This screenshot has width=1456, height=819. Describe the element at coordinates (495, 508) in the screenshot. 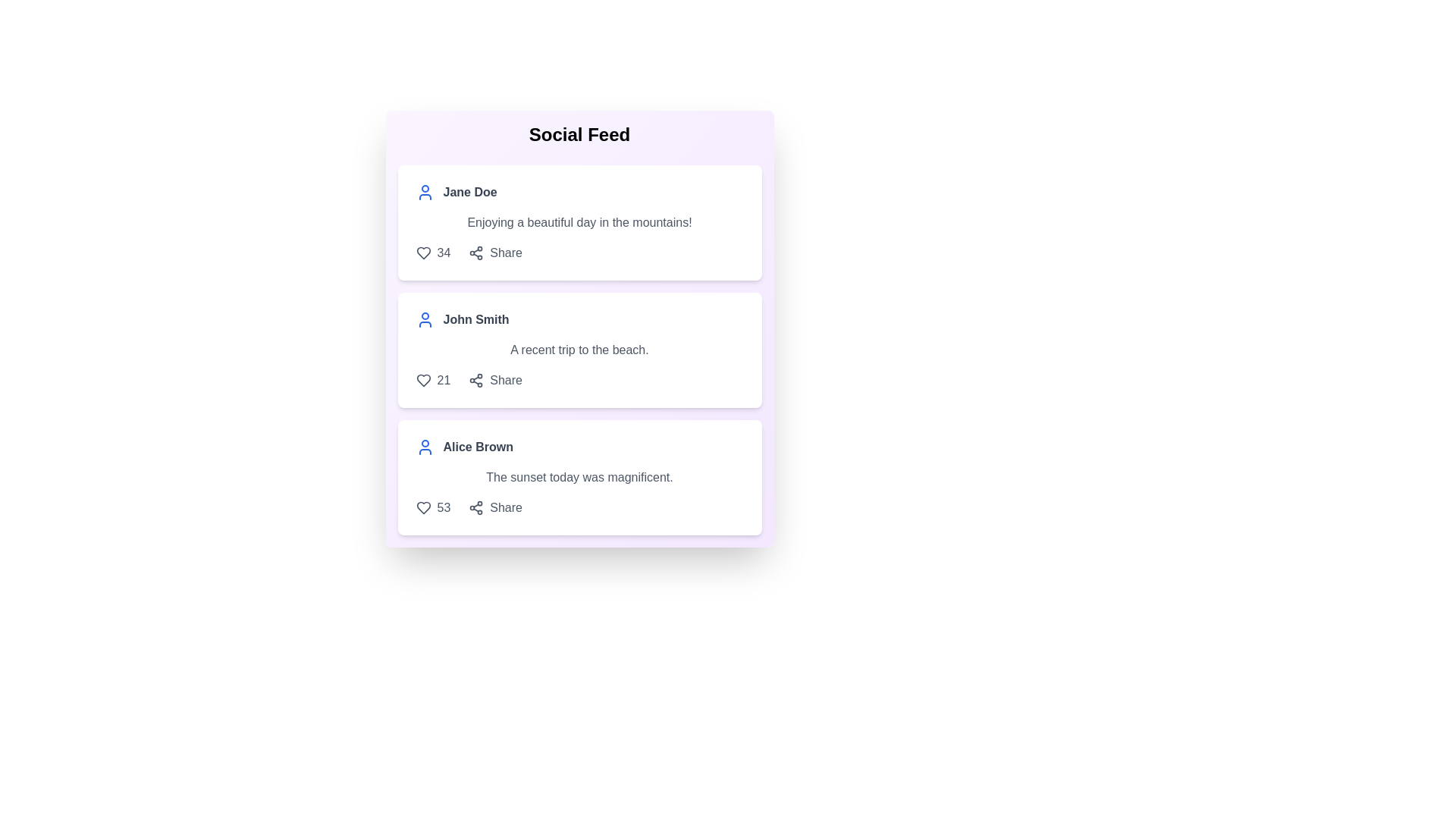

I see `'Share' button for the post authored by Alice Brown` at that location.